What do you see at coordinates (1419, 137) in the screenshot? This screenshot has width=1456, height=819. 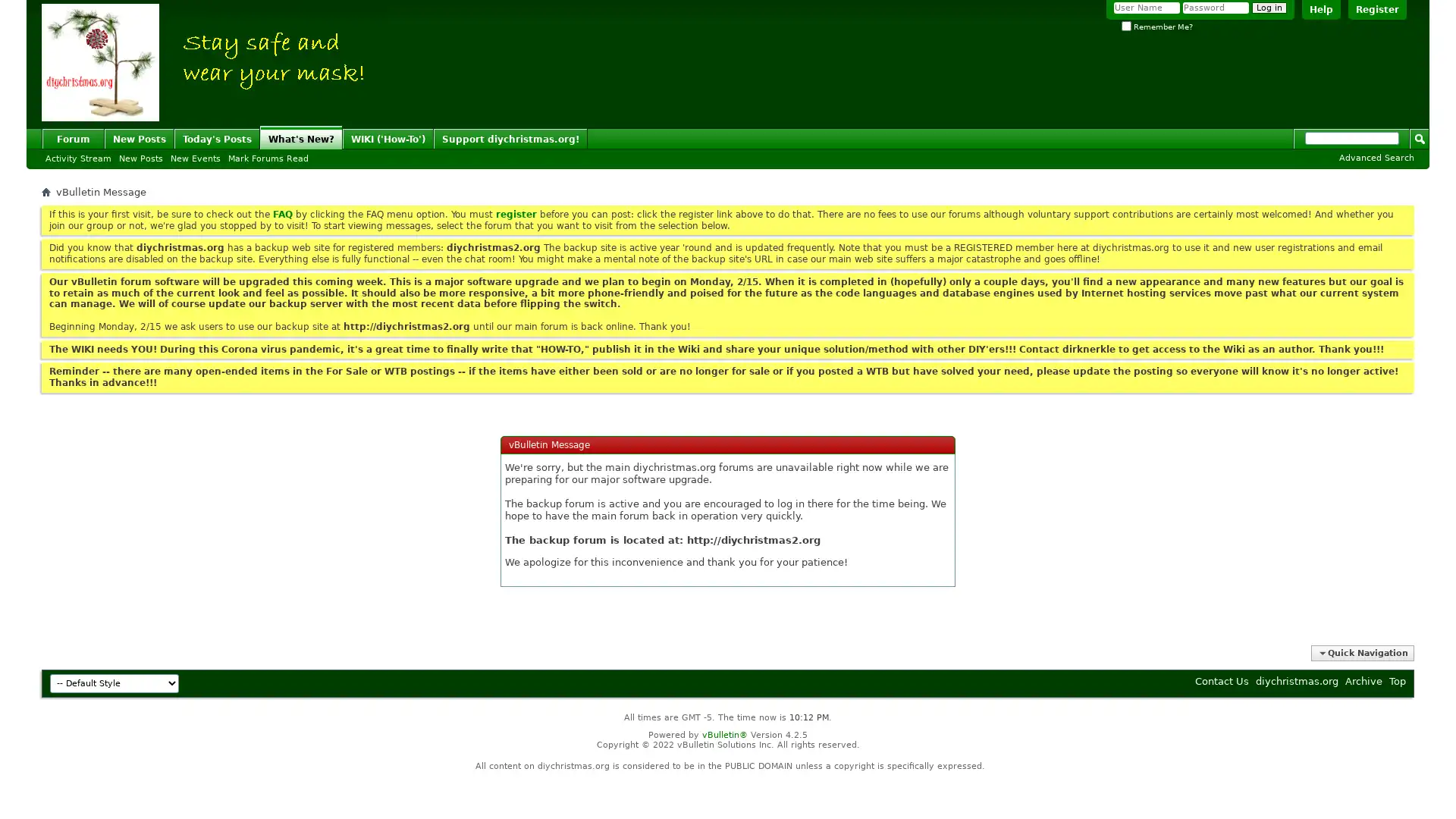 I see `Submit` at bounding box center [1419, 137].